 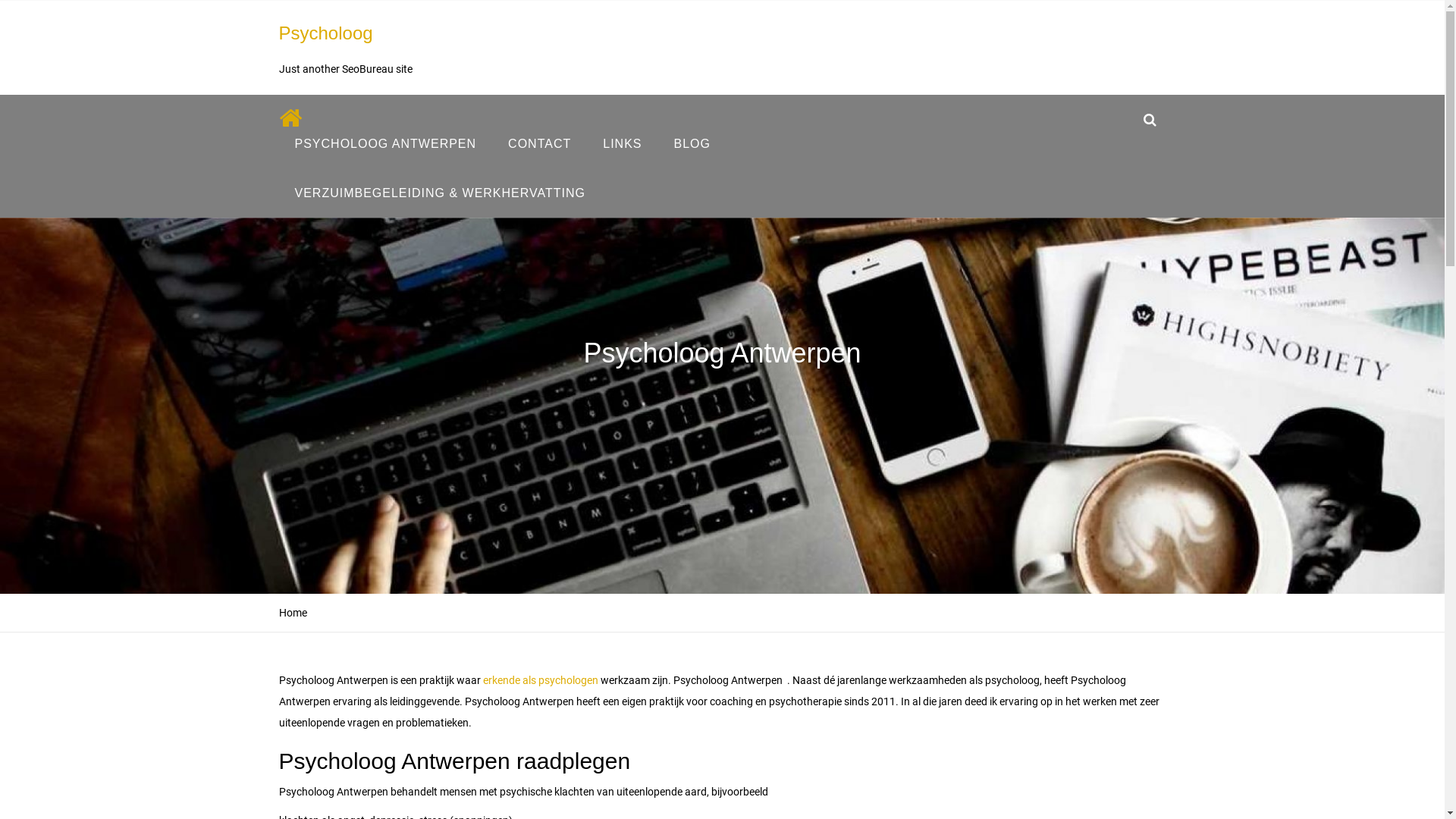 What do you see at coordinates (385, 143) in the screenshot?
I see `'PSYCHOLOOG ANTWERPEN'` at bounding box center [385, 143].